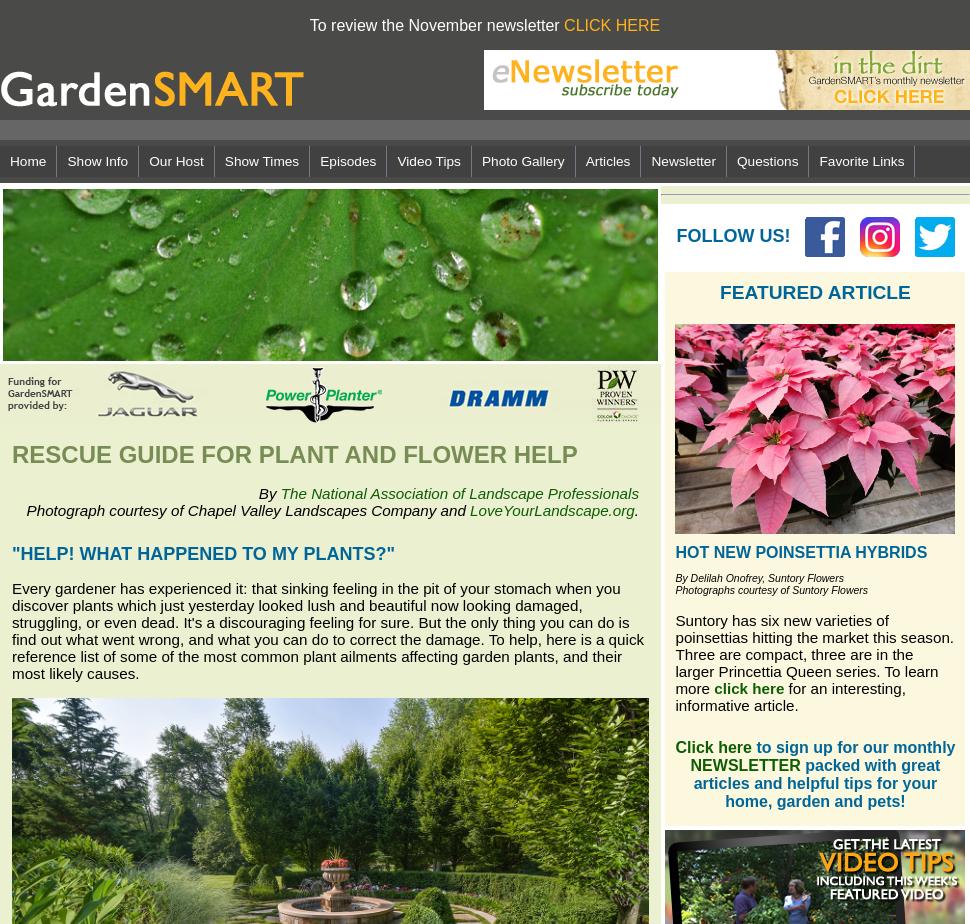 The image size is (970, 924). Describe the element at coordinates (789, 695) in the screenshot. I see `'for an interesting, informative article.'` at that location.